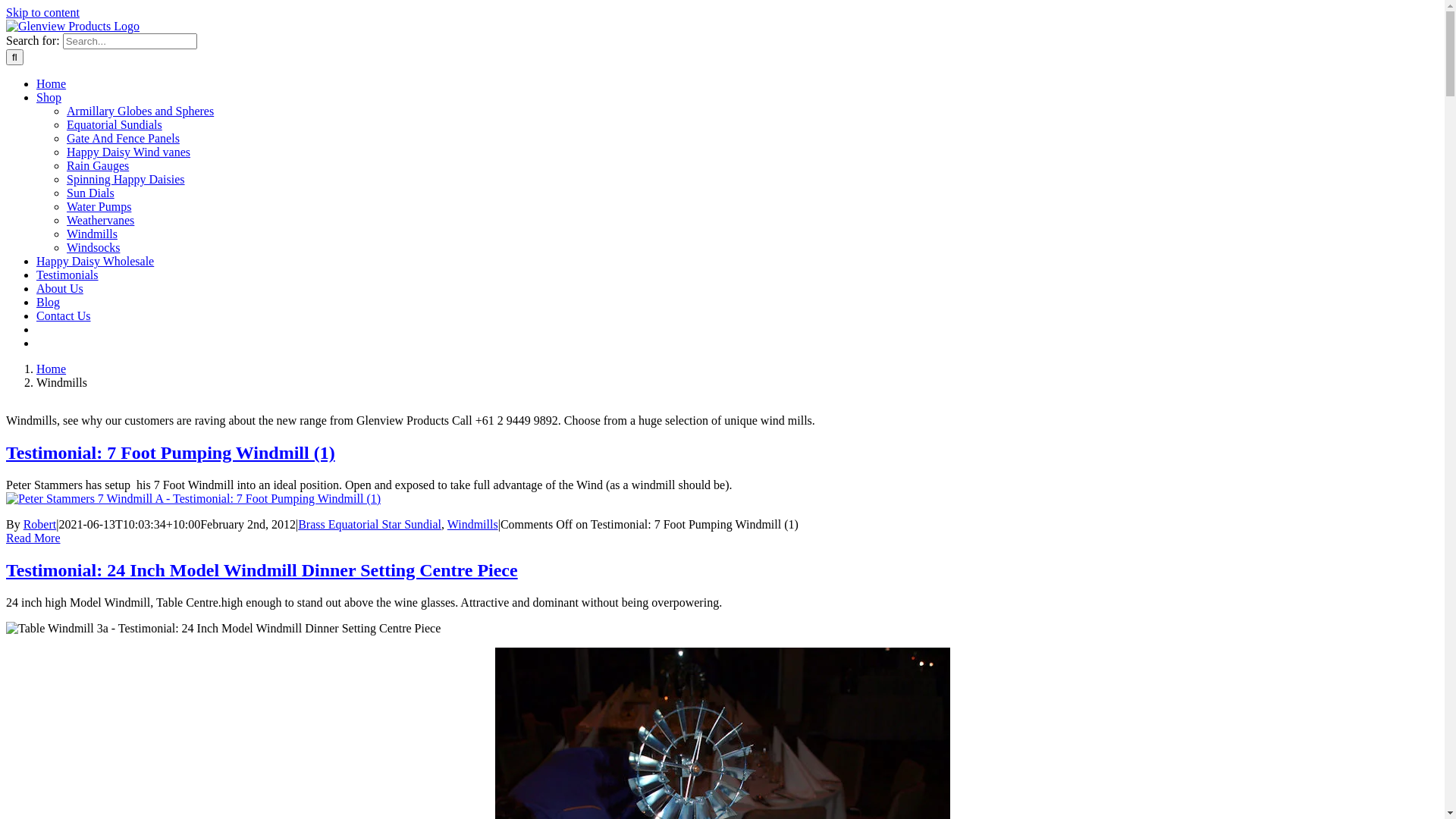  What do you see at coordinates (369, 523) in the screenshot?
I see `'Brass Equatorial Star Sundial'` at bounding box center [369, 523].